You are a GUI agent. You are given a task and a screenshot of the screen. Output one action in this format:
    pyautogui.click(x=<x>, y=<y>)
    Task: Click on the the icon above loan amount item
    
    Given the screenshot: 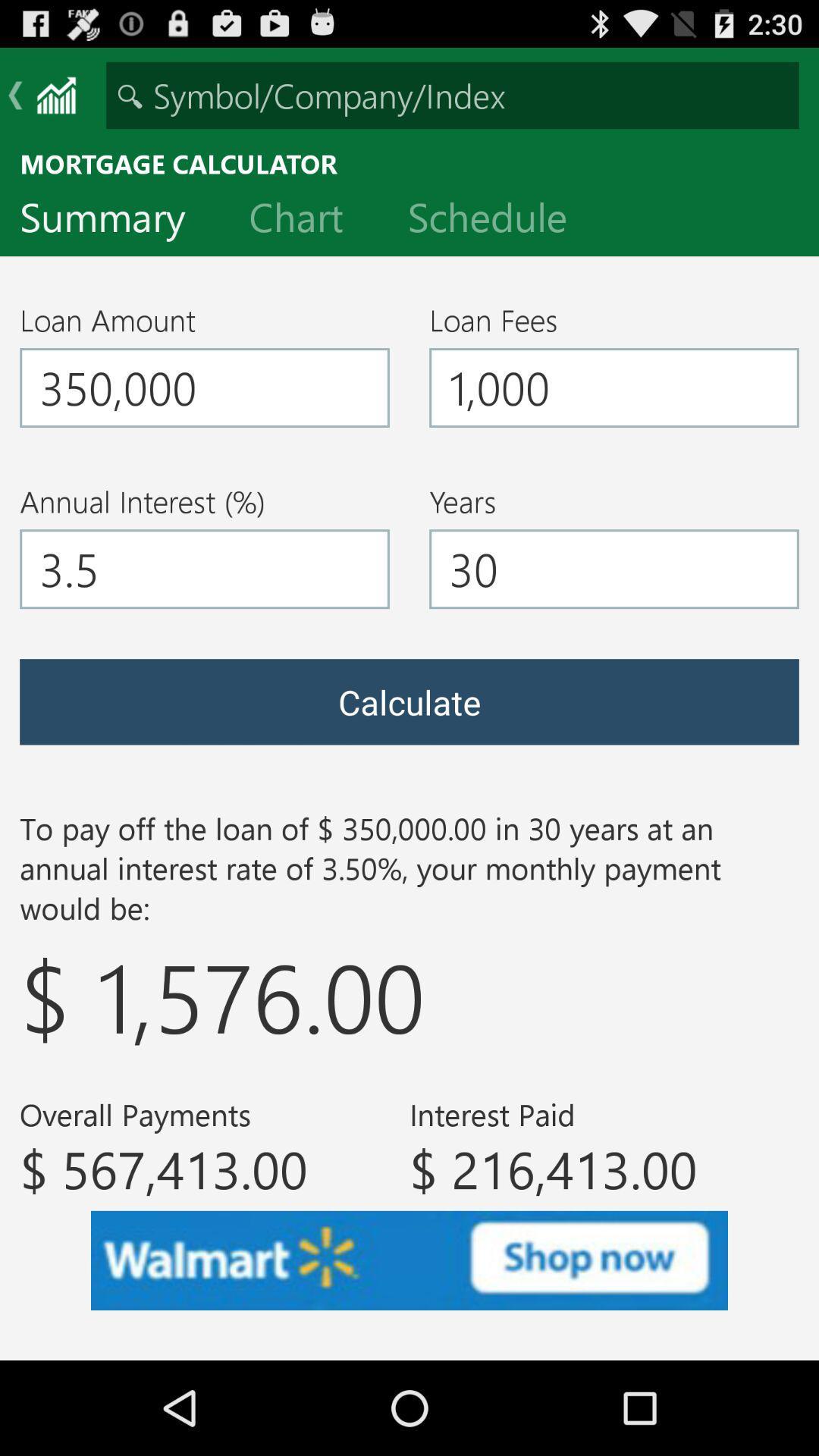 What is the action you would take?
    pyautogui.click(x=114, y=220)
    